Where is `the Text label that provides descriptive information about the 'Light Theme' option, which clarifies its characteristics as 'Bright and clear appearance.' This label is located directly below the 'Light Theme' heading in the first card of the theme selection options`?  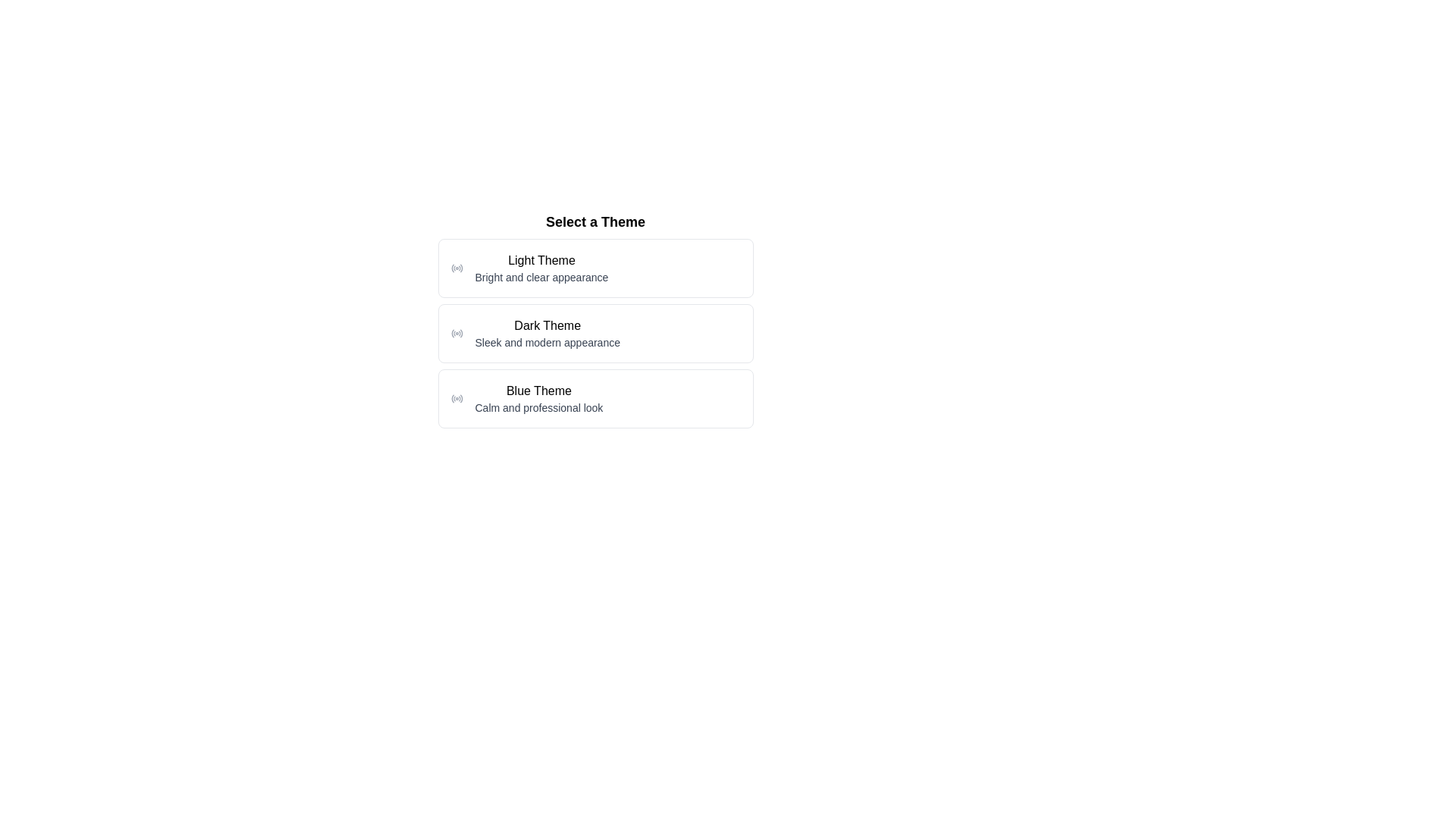
the Text label that provides descriptive information about the 'Light Theme' option, which clarifies its characteristics as 'Bright and clear appearance.' This label is located directly below the 'Light Theme' heading in the first card of the theme selection options is located at coordinates (541, 278).